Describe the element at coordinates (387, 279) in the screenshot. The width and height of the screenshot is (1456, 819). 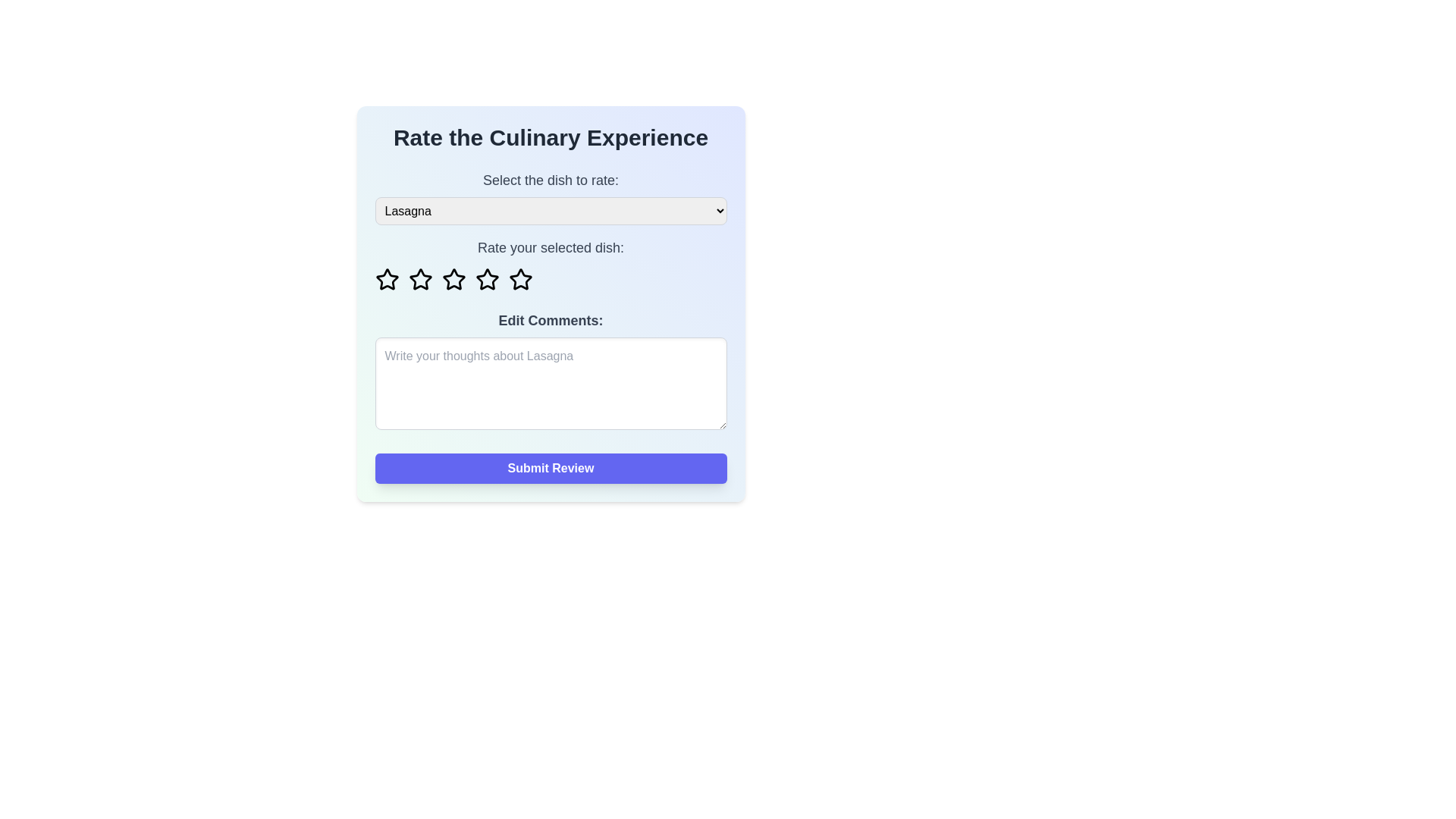
I see `the first star-shaped rating icon, which is outlined and located directly below the 'Rate your selected dish:' label` at that location.